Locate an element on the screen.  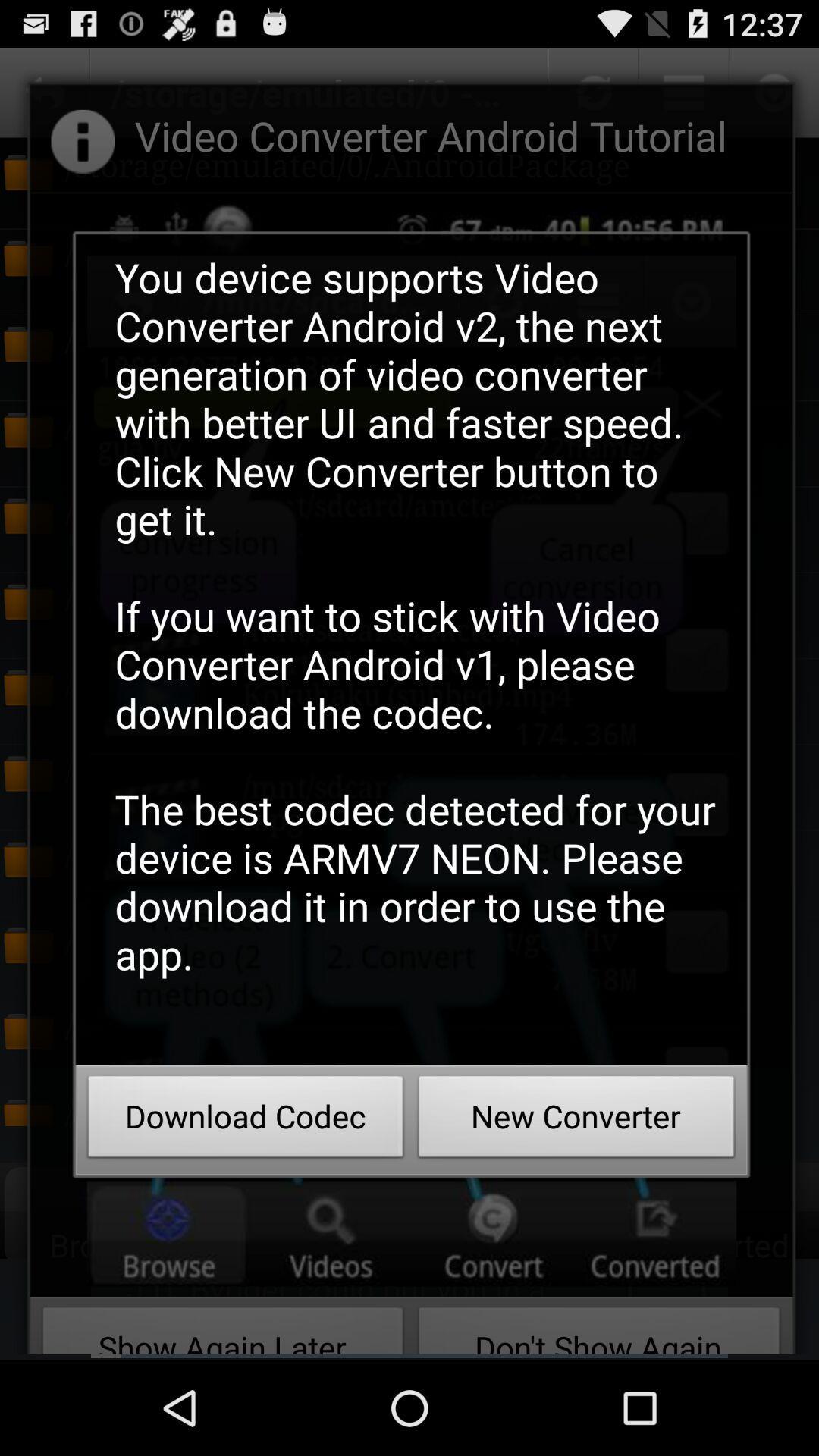
download codec item is located at coordinates (245, 1121).